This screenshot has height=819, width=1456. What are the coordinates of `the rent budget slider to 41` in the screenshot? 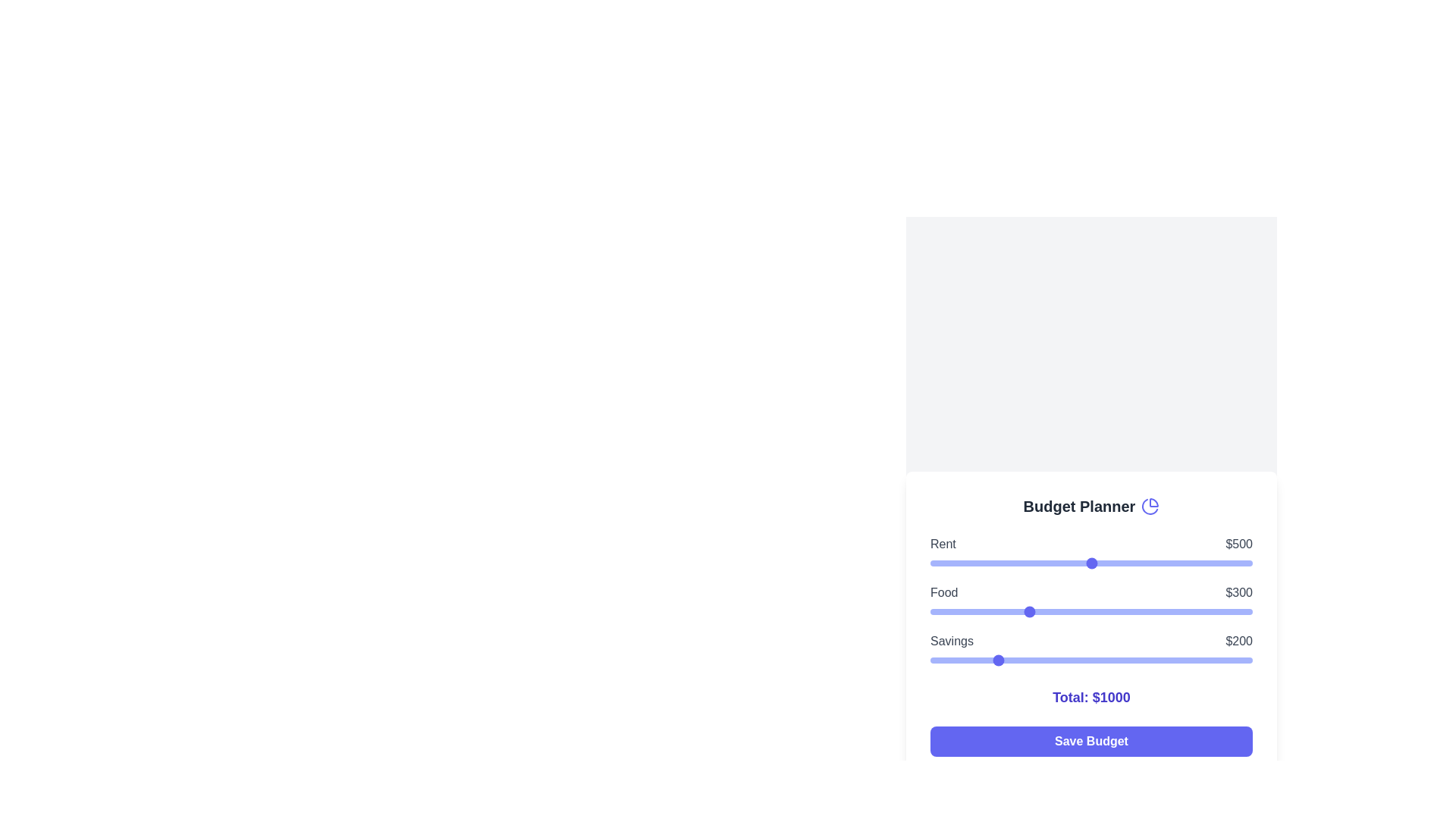 It's located at (943, 563).